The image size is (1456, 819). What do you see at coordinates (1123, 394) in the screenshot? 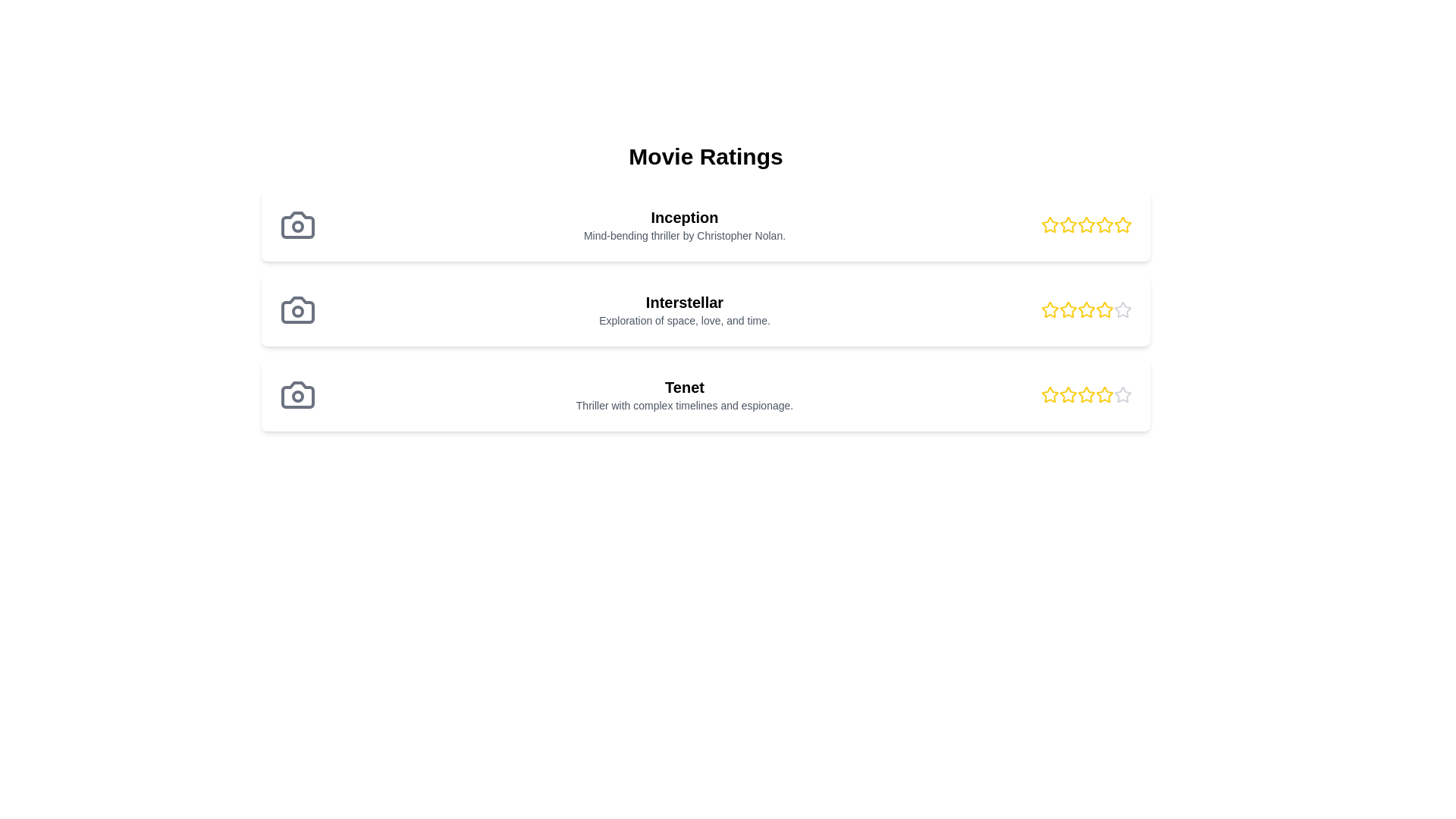
I see `the fifth star icon used for ratings next to the label 'Tenet'` at bounding box center [1123, 394].